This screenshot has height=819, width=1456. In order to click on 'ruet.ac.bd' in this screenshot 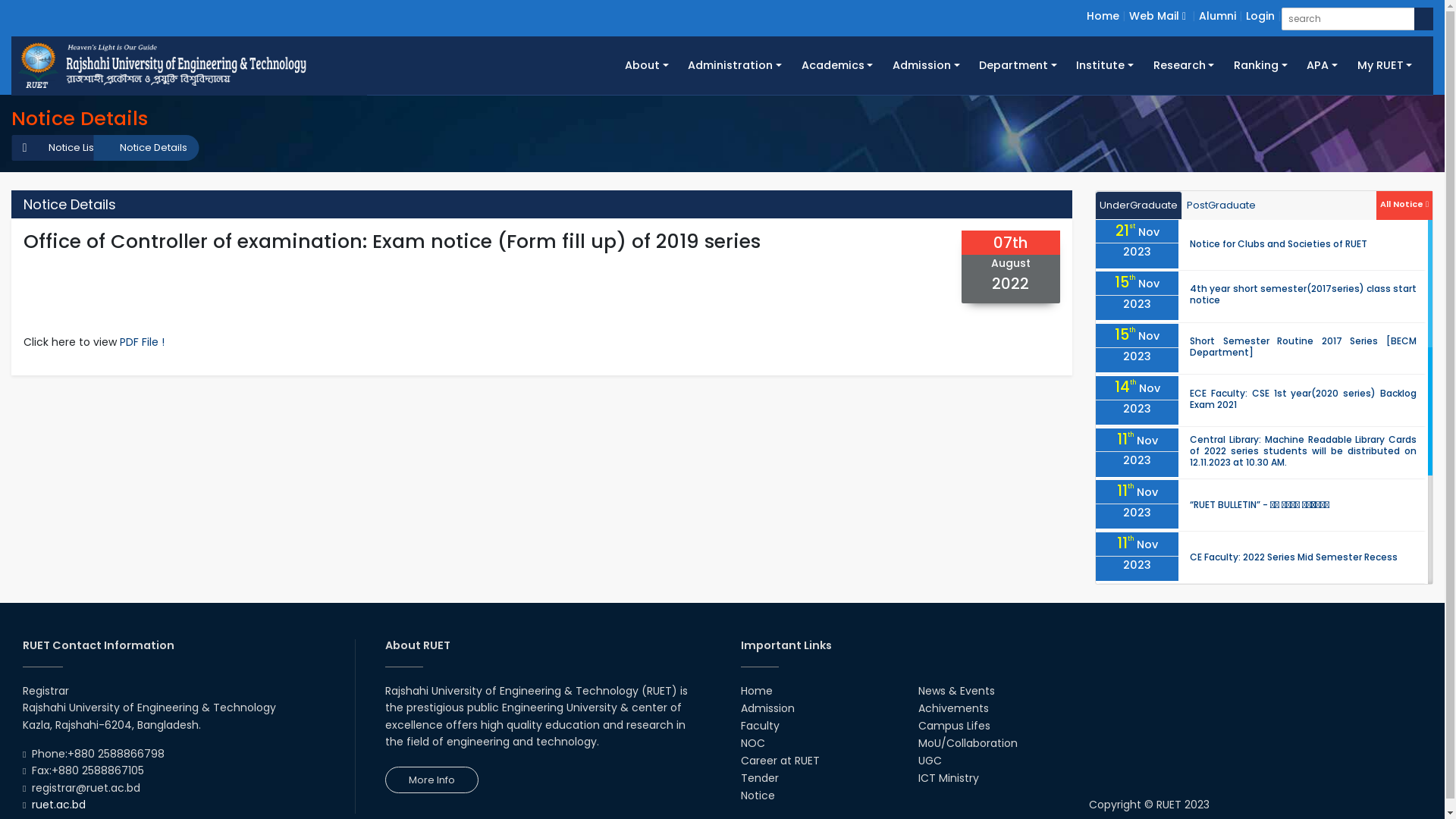, I will do `click(58, 803)`.